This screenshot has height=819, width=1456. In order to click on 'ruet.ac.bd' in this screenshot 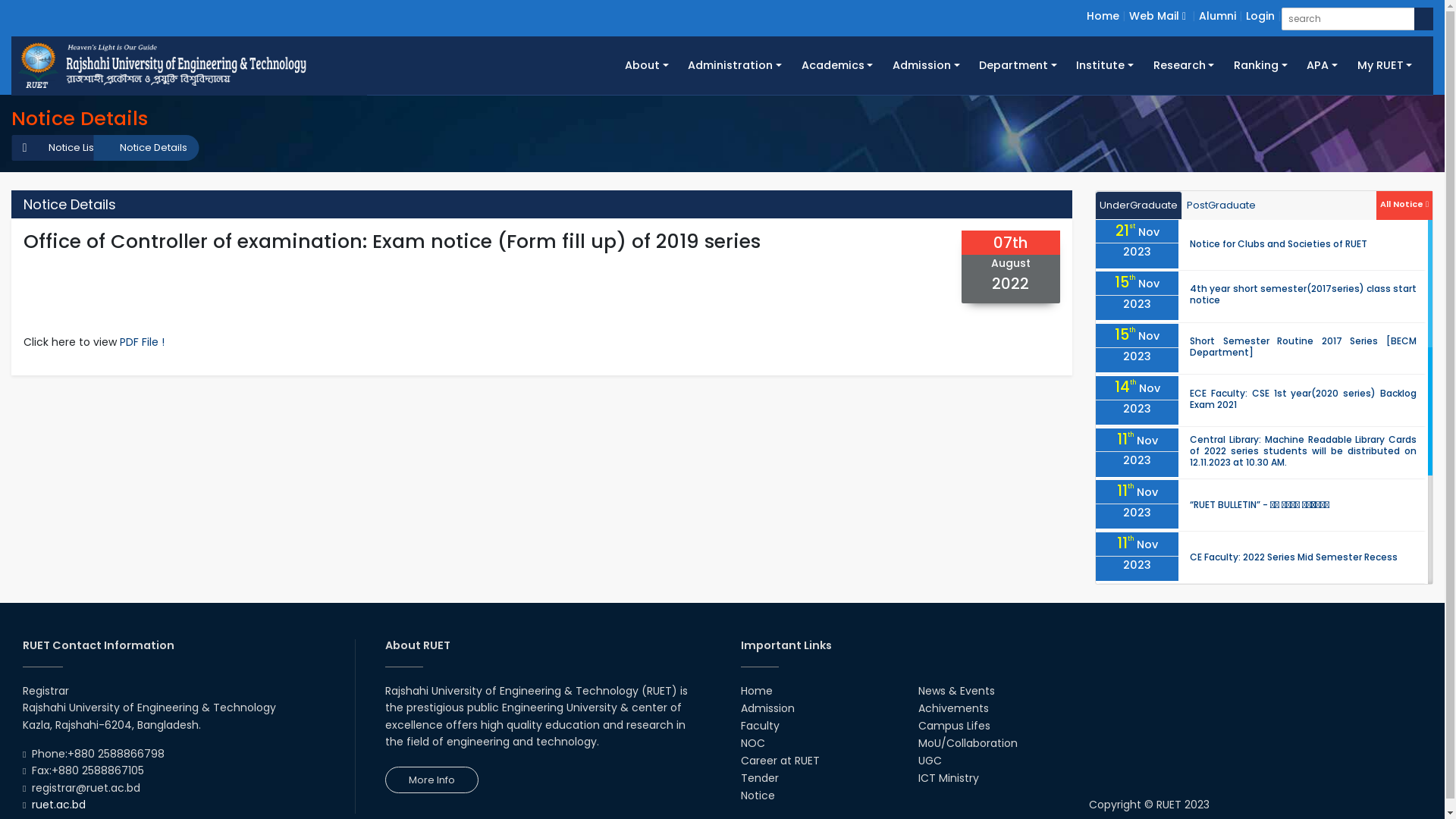, I will do `click(58, 803)`.